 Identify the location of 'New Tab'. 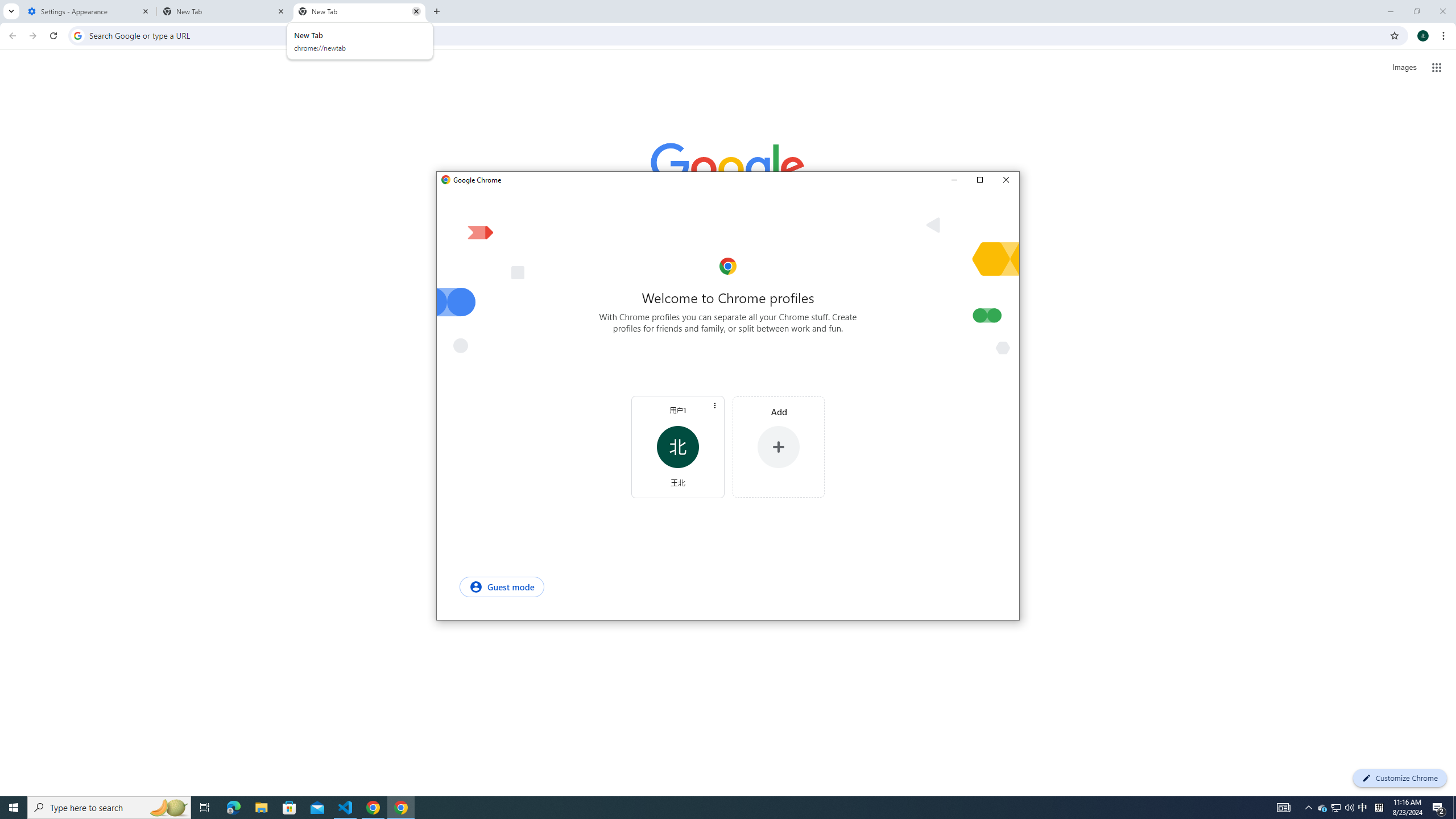
(359, 11).